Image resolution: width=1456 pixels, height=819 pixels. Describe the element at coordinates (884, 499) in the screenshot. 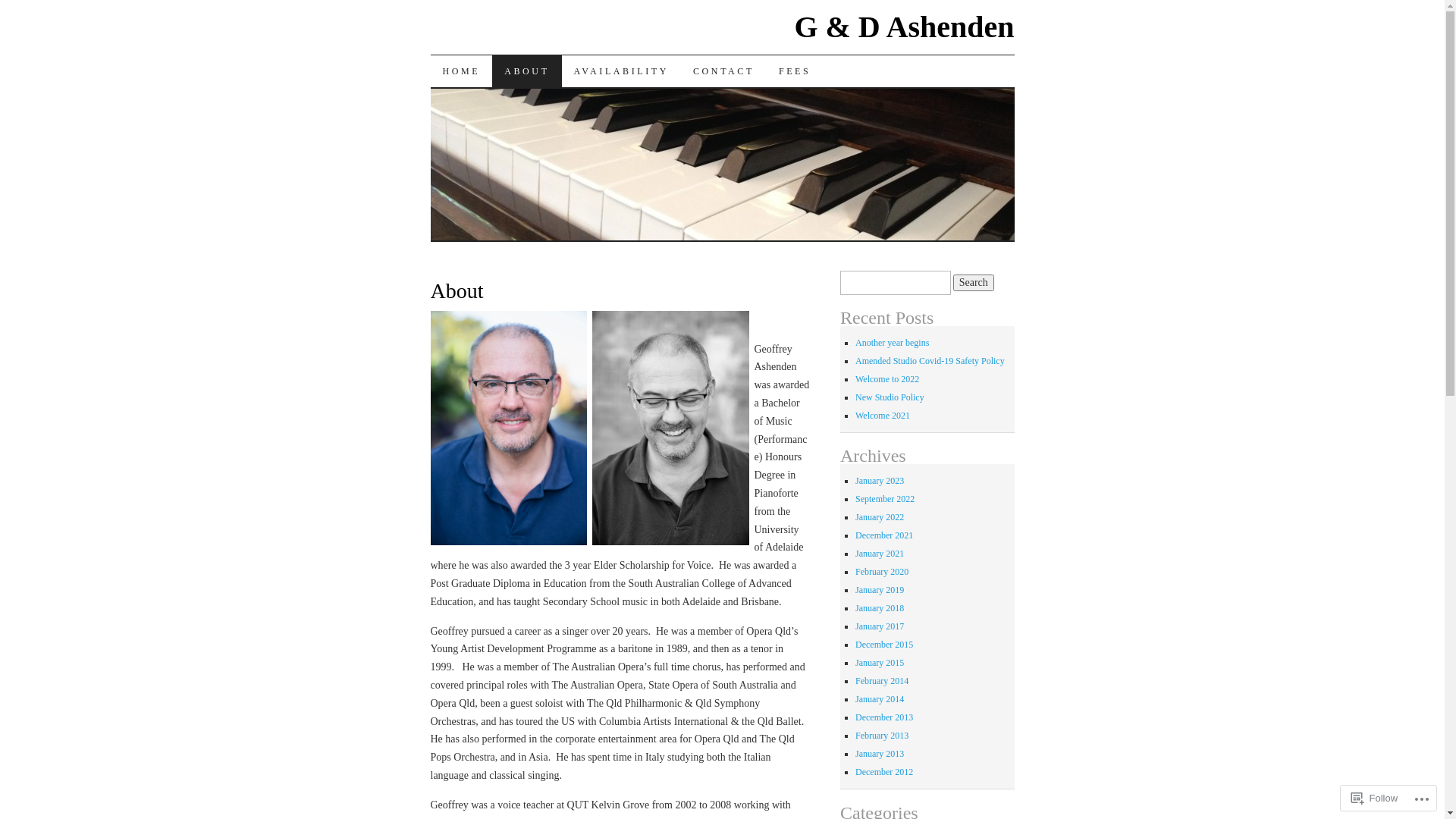

I see `'September 2022'` at that location.